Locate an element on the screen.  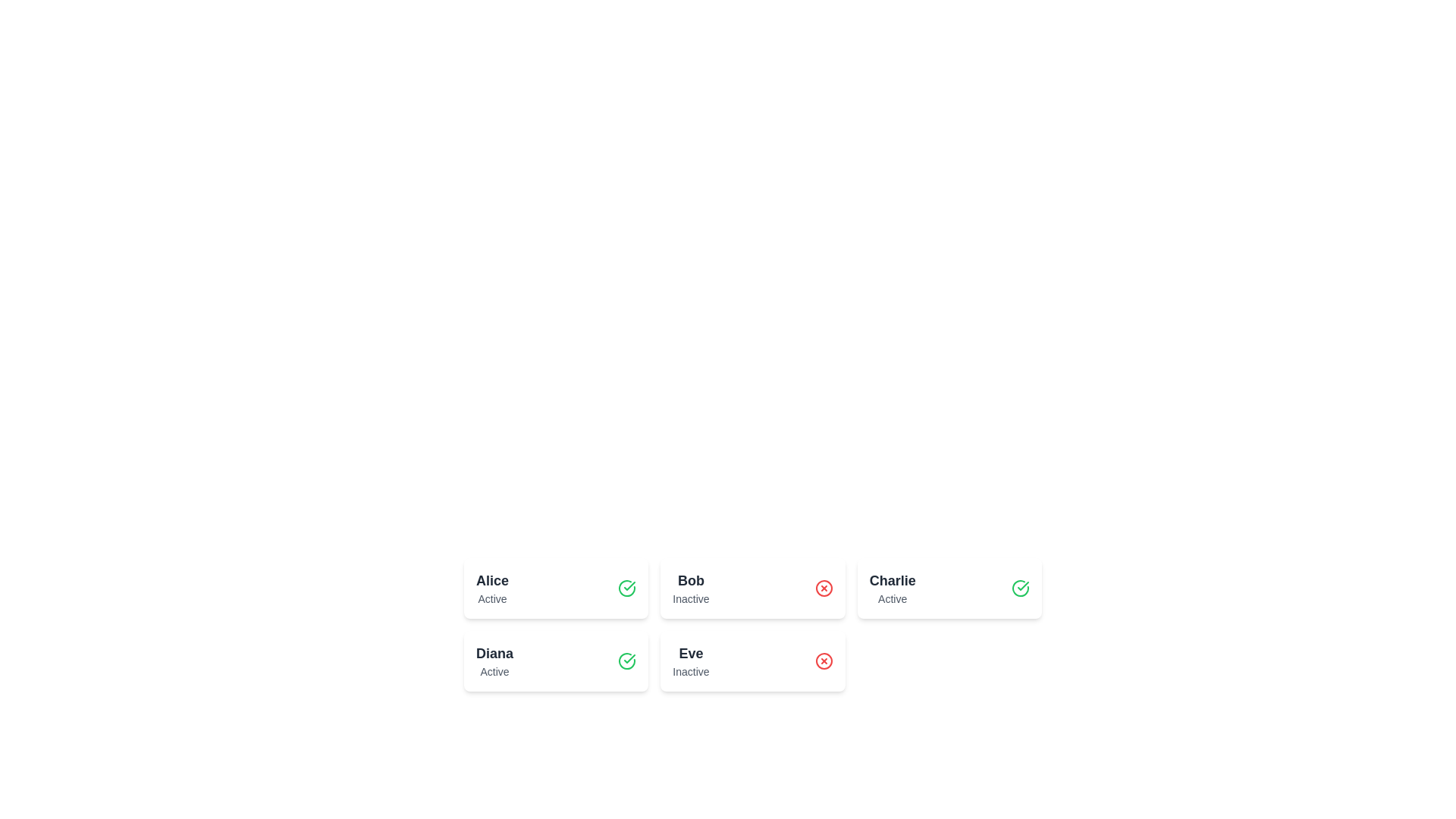
contents of the Informational Card representing Bob, which indicates his status as 'Inactive', located in the second card of the top row in a 2x3 grid layout is located at coordinates (753, 587).